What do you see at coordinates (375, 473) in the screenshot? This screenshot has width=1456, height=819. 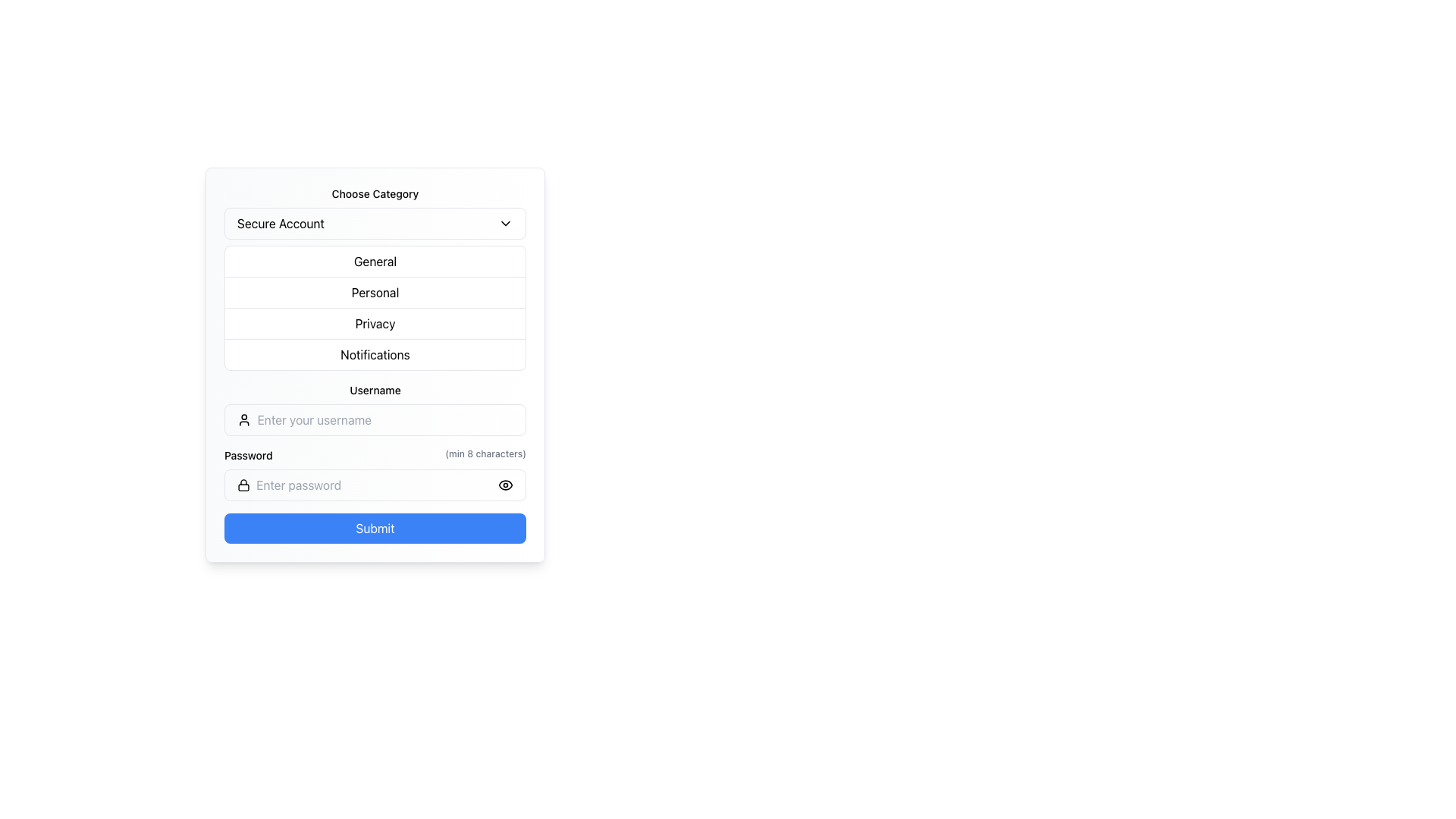 I see `the visibility toggle control of the Password input field` at bounding box center [375, 473].